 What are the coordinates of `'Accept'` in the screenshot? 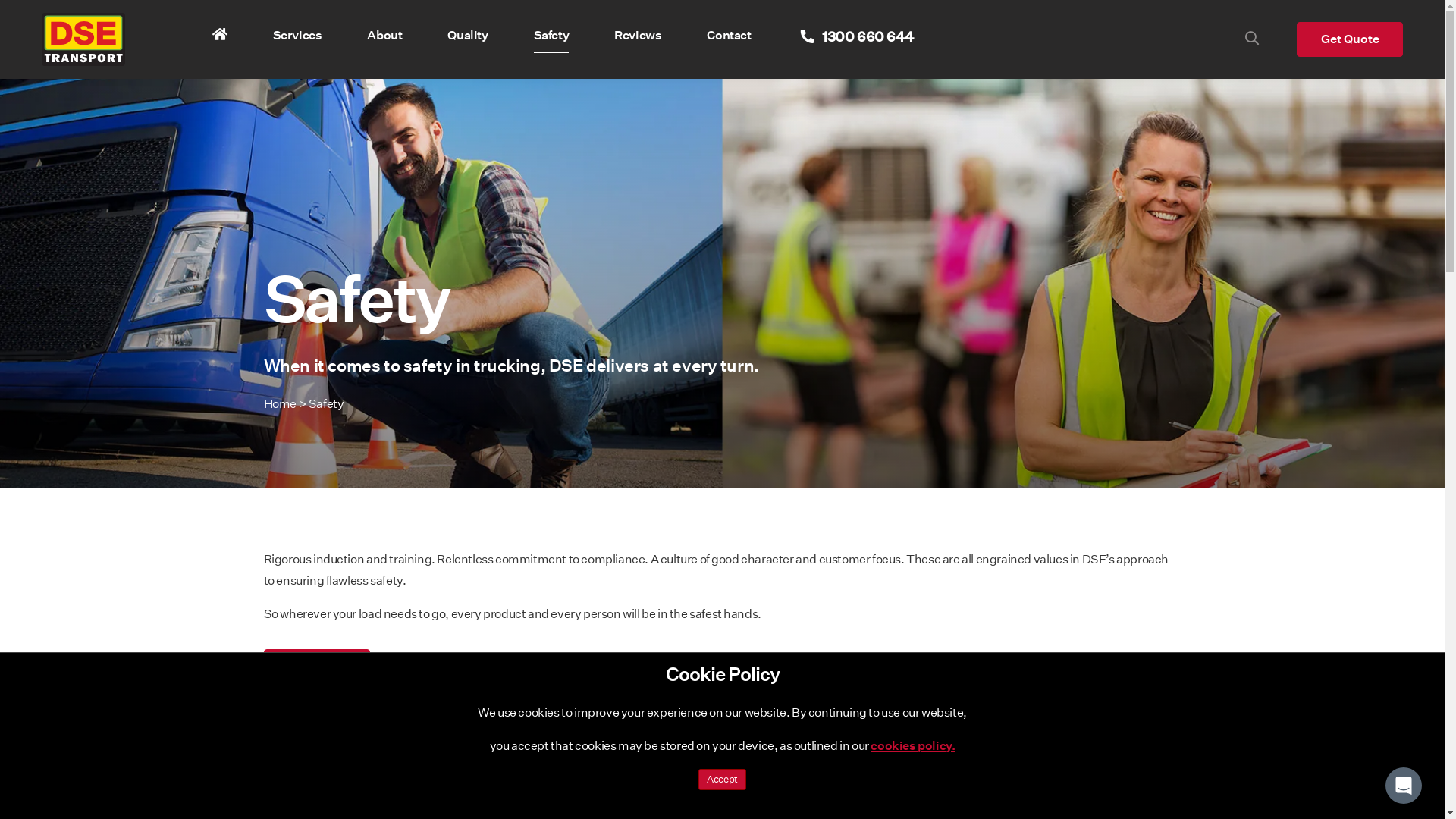 It's located at (721, 780).